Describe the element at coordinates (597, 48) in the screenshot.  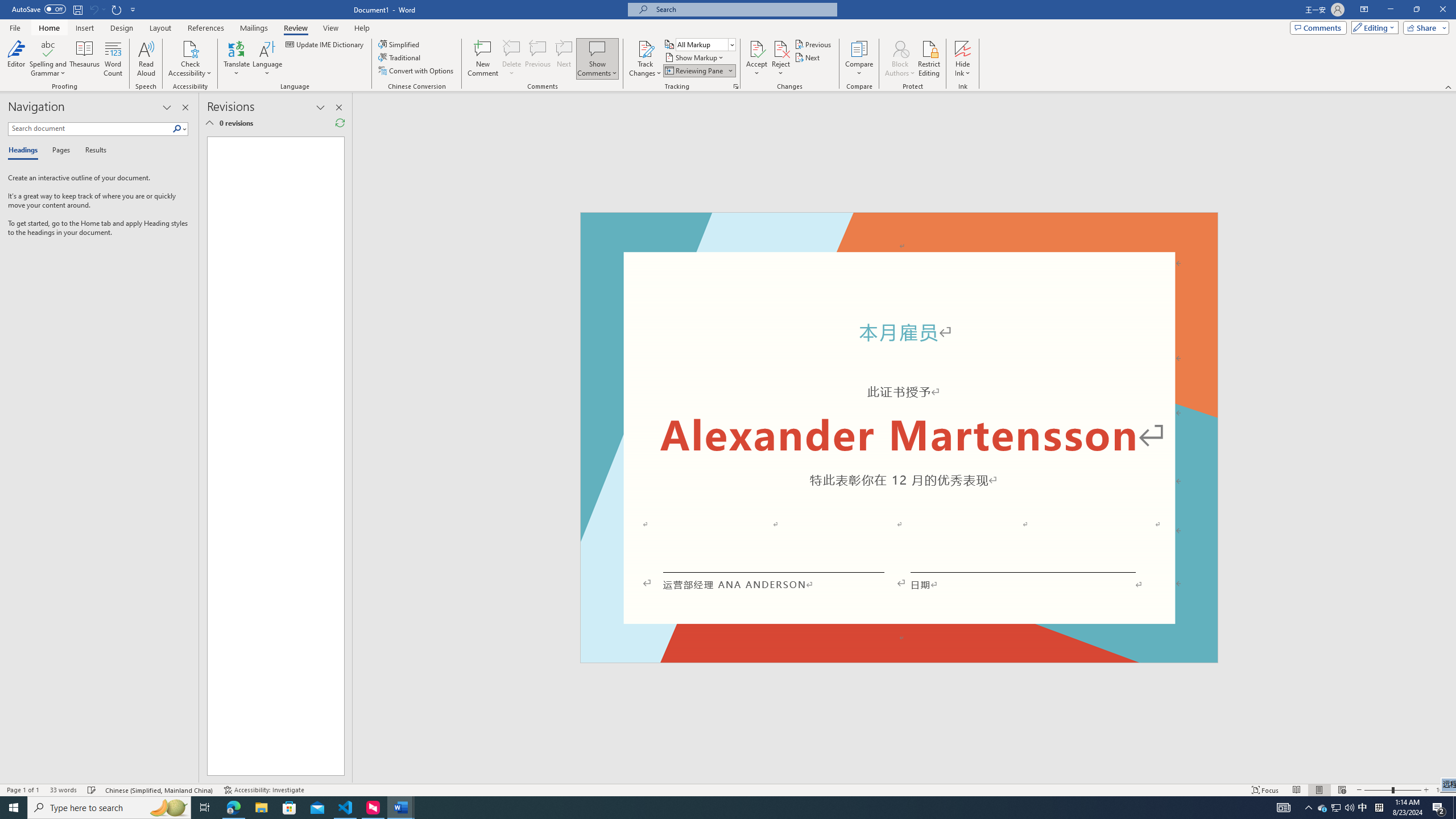
I see `'Show Comments'` at that location.